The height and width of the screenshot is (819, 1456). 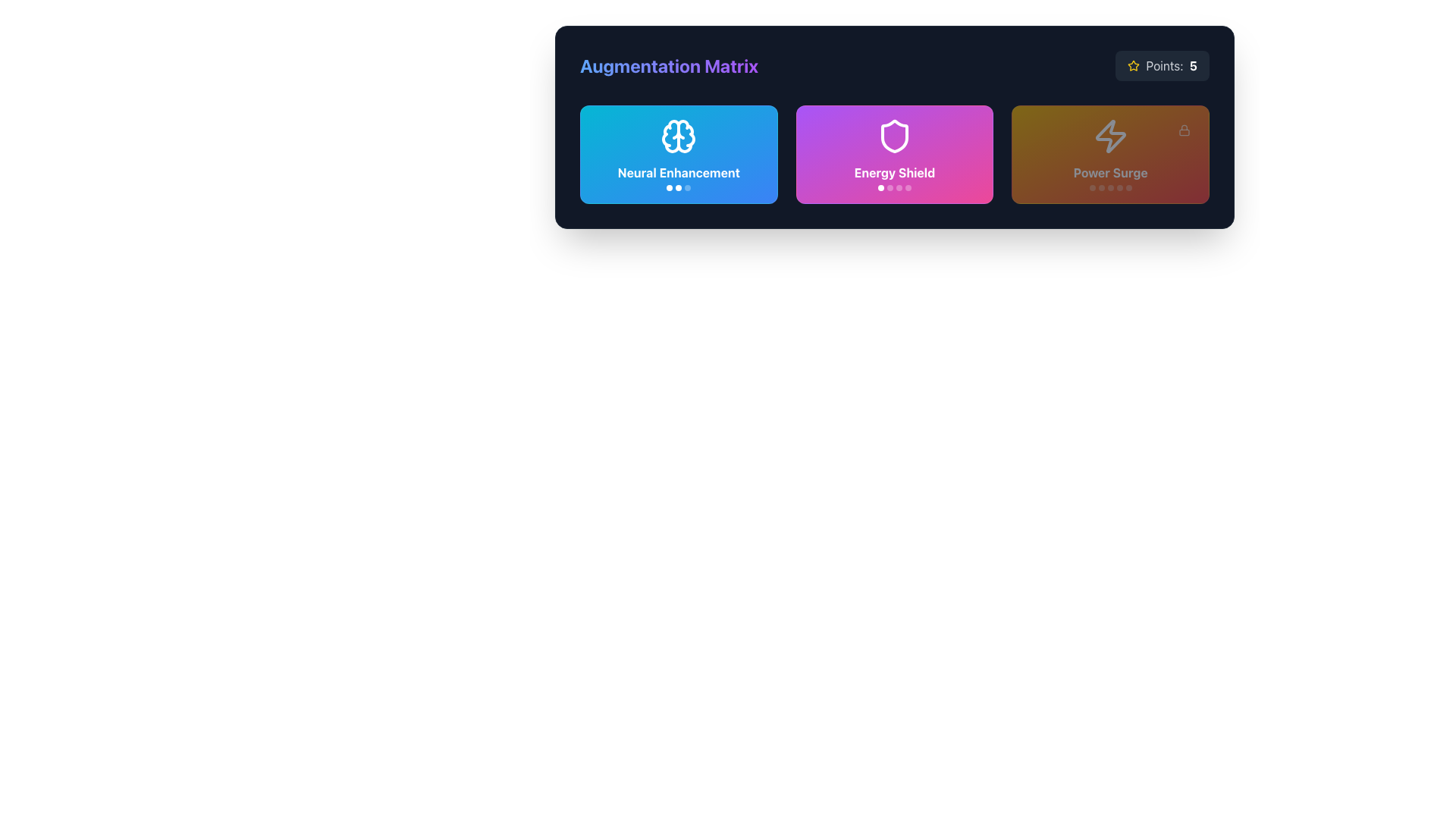 I want to click on the brain icon located in the blue card labeled 'Neural Enhancement', which is centered towards the top-middle of the interface, so click(x=670, y=136).